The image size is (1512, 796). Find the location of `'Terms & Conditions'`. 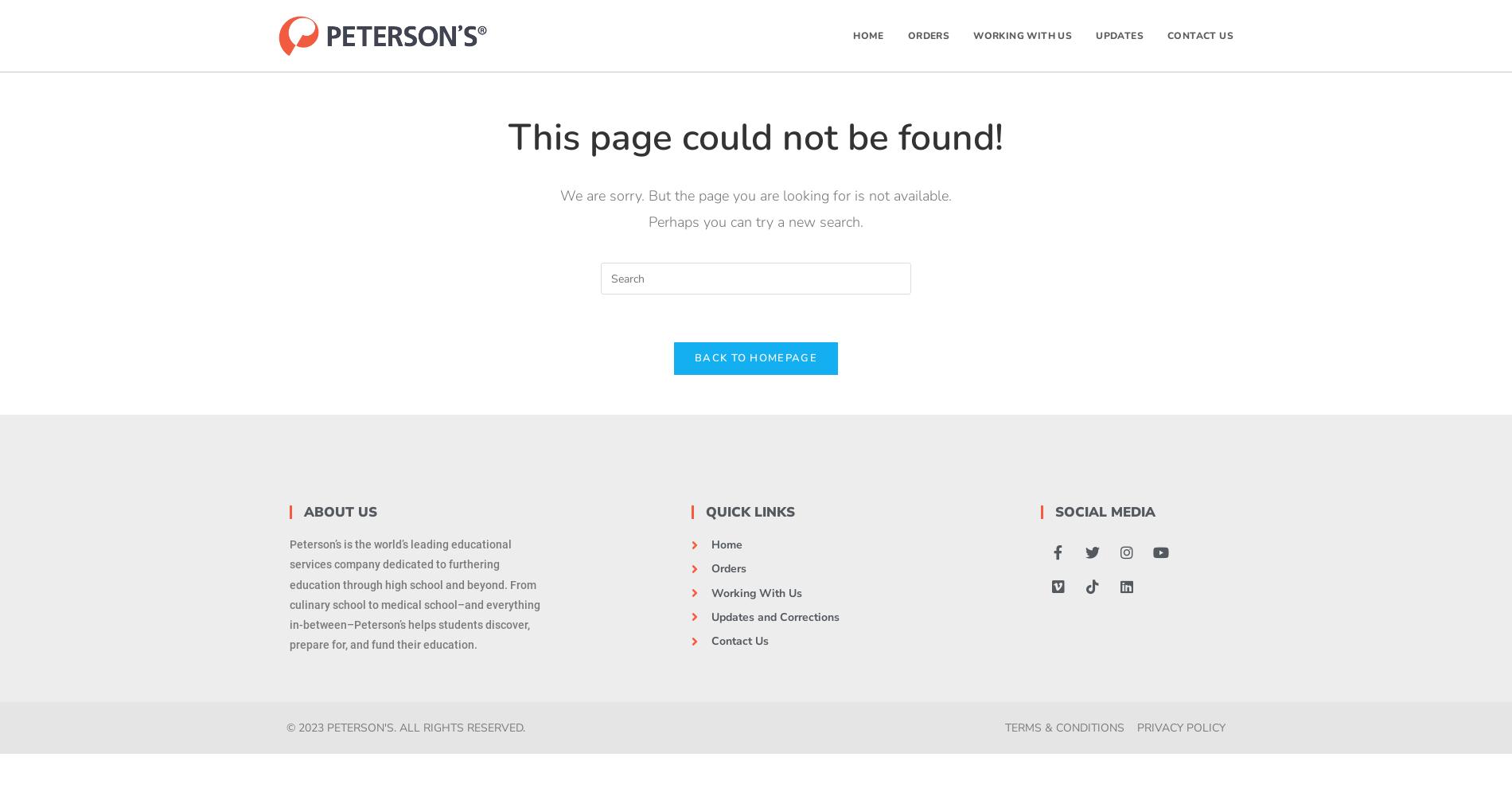

'Terms & Conditions' is located at coordinates (1003, 728).